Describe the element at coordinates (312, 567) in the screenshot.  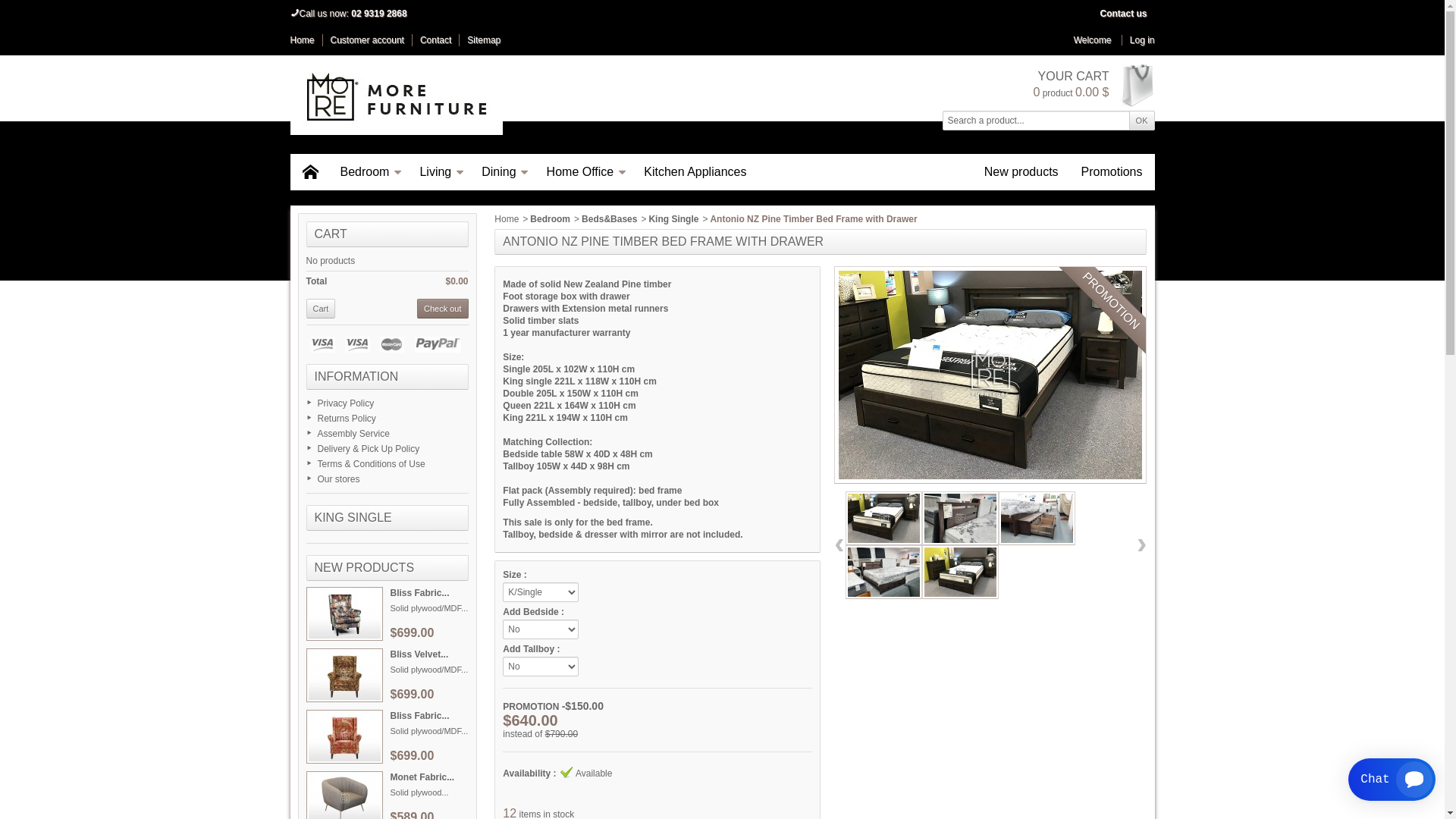
I see `'NEW PRODUCTS'` at that location.